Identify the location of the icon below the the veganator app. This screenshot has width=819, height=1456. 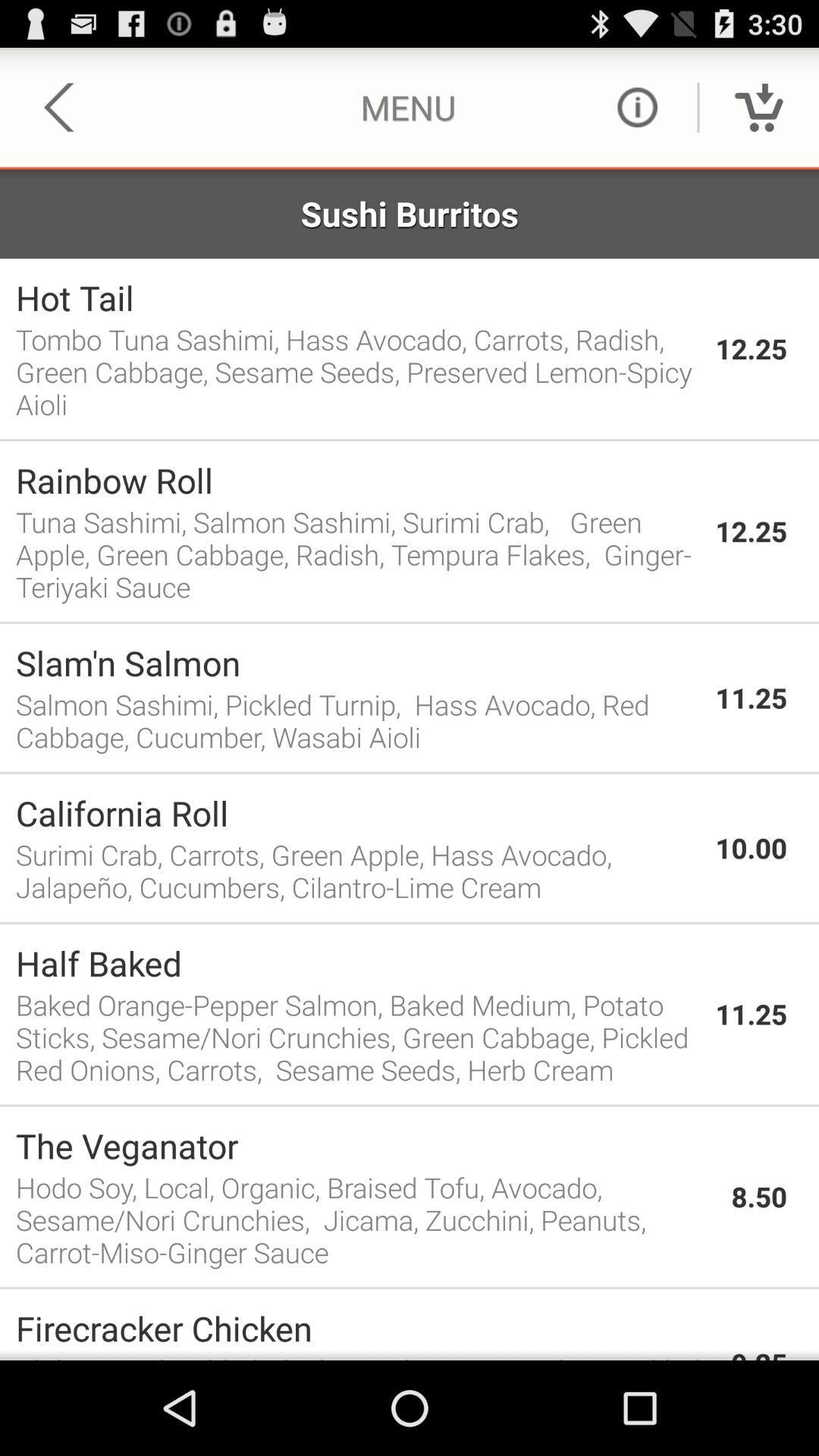
(366, 1219).